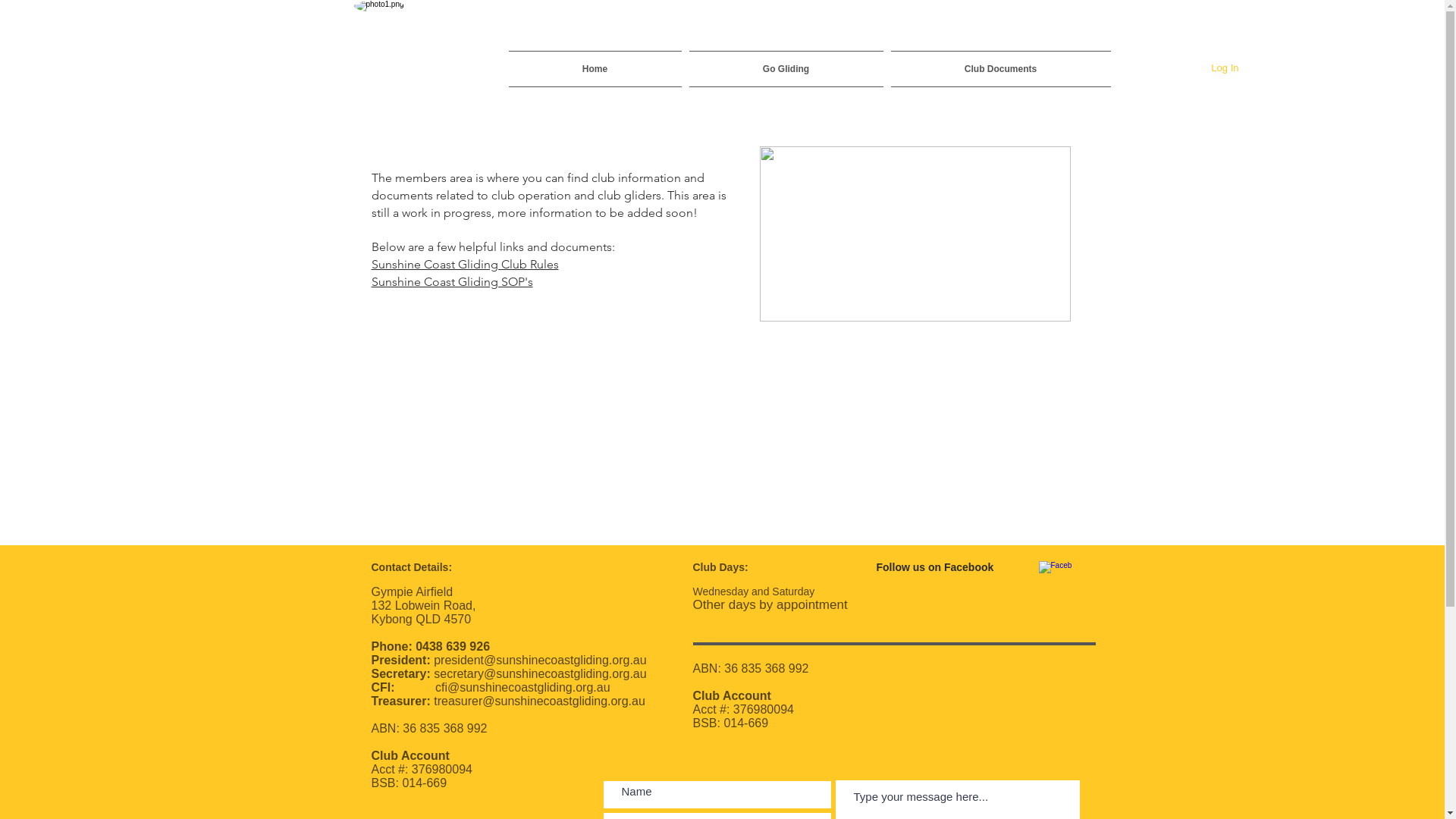 The image size is (1456, 819). Describe the element at coordinates (786, 69) in the screenshot. I see `'Go Gliding'` at that location.